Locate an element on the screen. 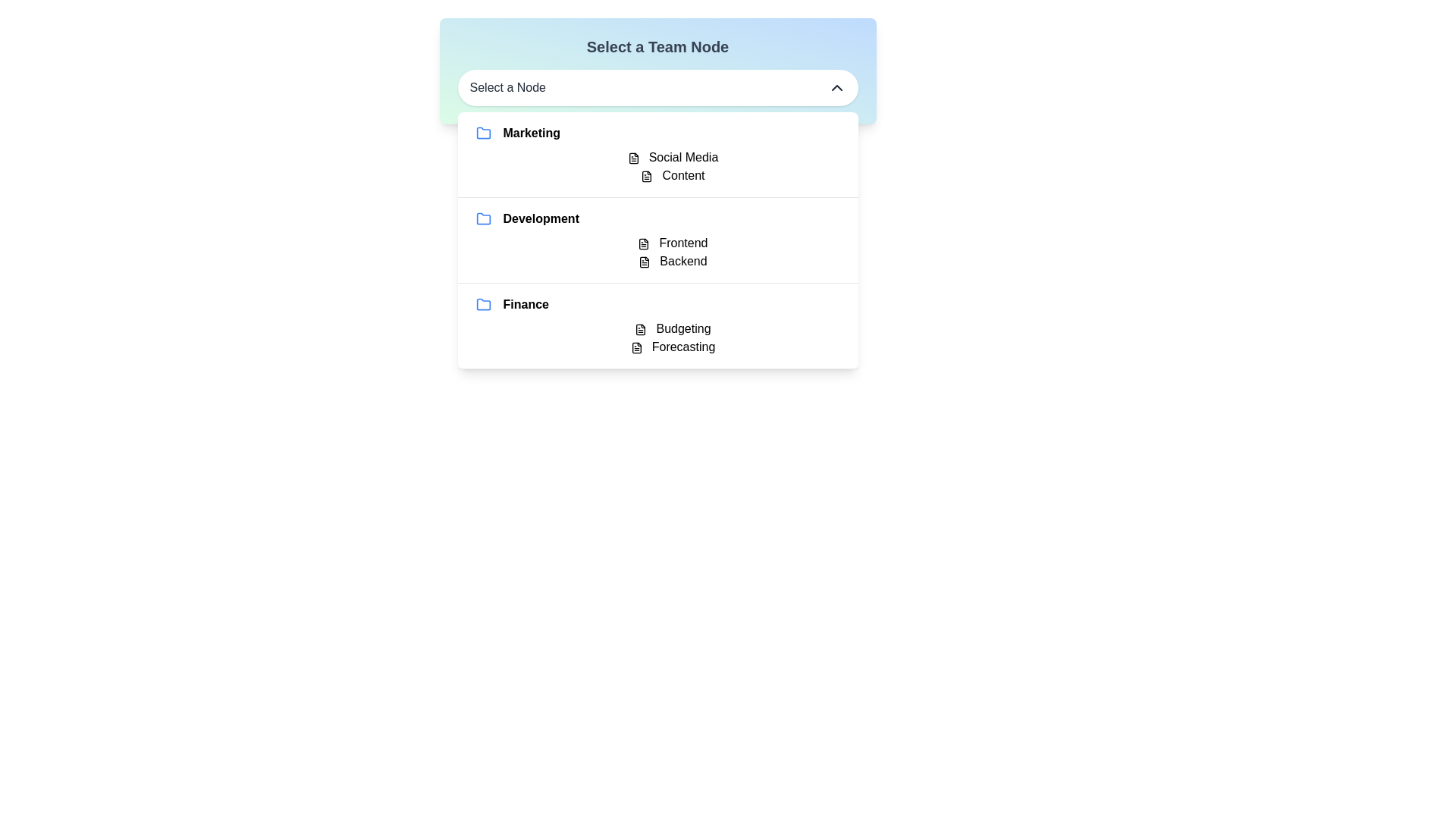 The height and width of the screenshot is (819, 1456). the Forecasting icon located to the left of the 'Forecasting' text in the Finance section, which is the second item under 'Select a Team Node' is located at coordinates (636, 347).